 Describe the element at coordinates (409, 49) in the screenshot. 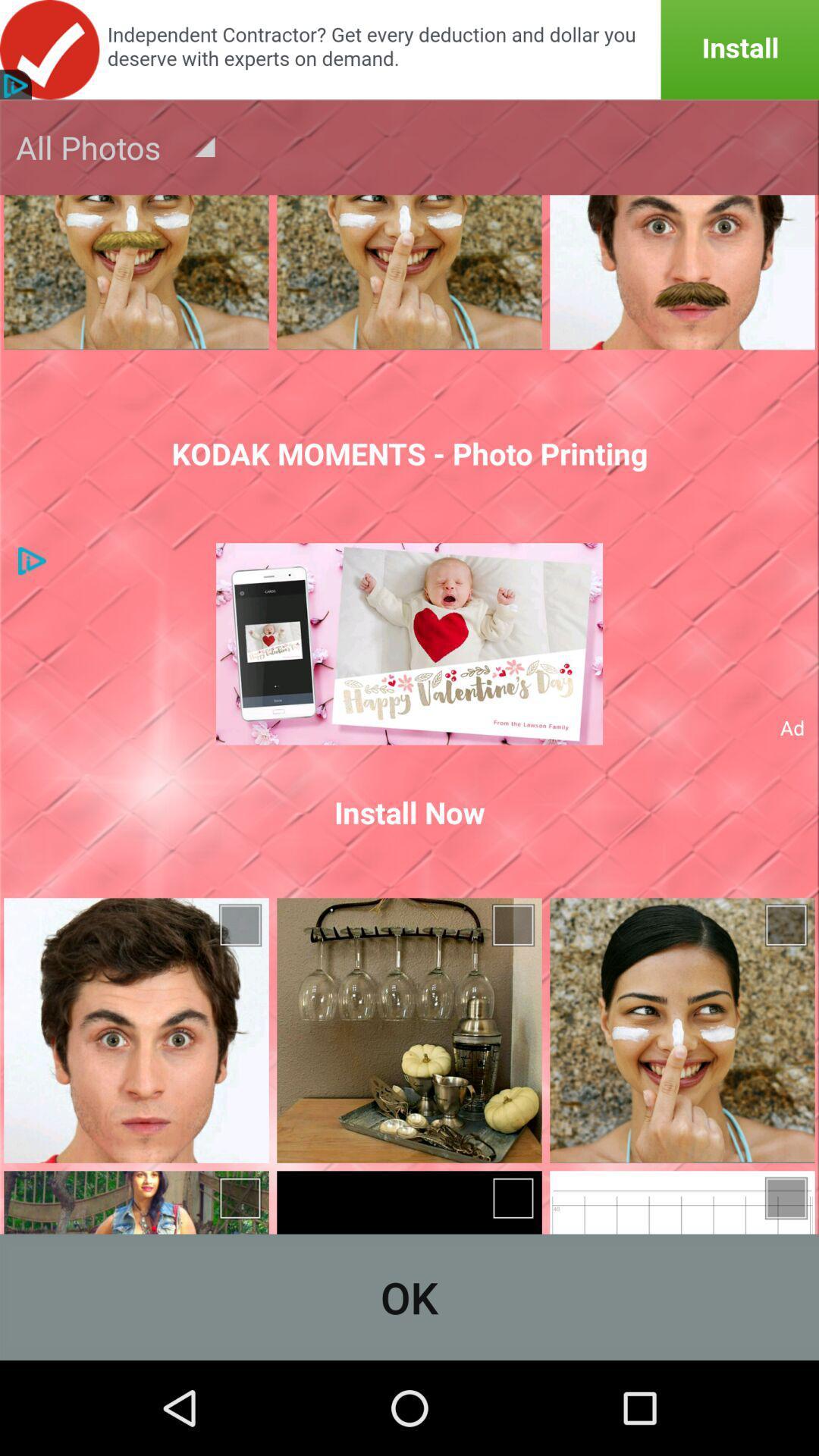

I see `the item above the all photos icon` at that location.